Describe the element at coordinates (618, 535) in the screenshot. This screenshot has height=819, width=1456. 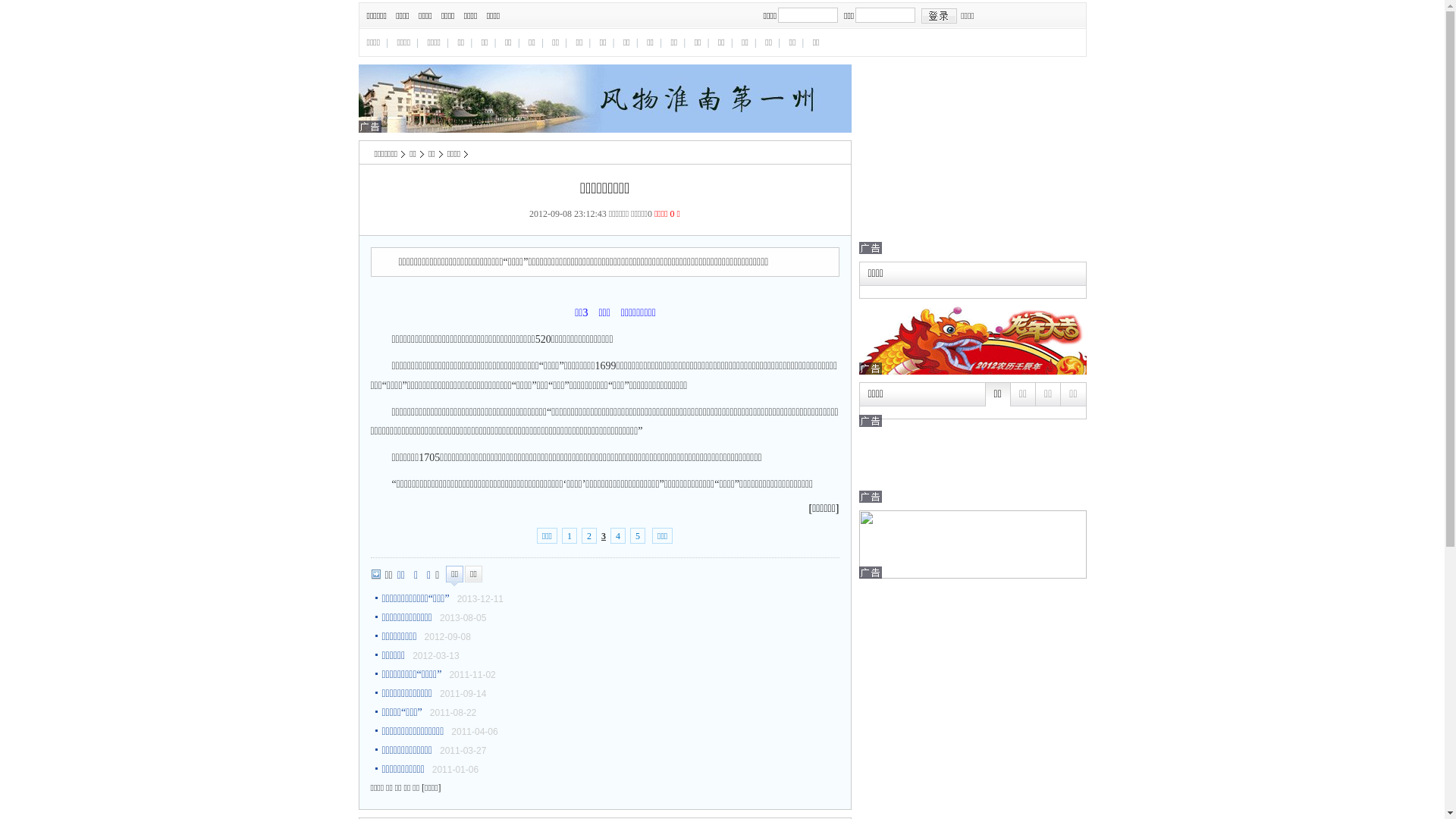
I see `'4'` at that location.